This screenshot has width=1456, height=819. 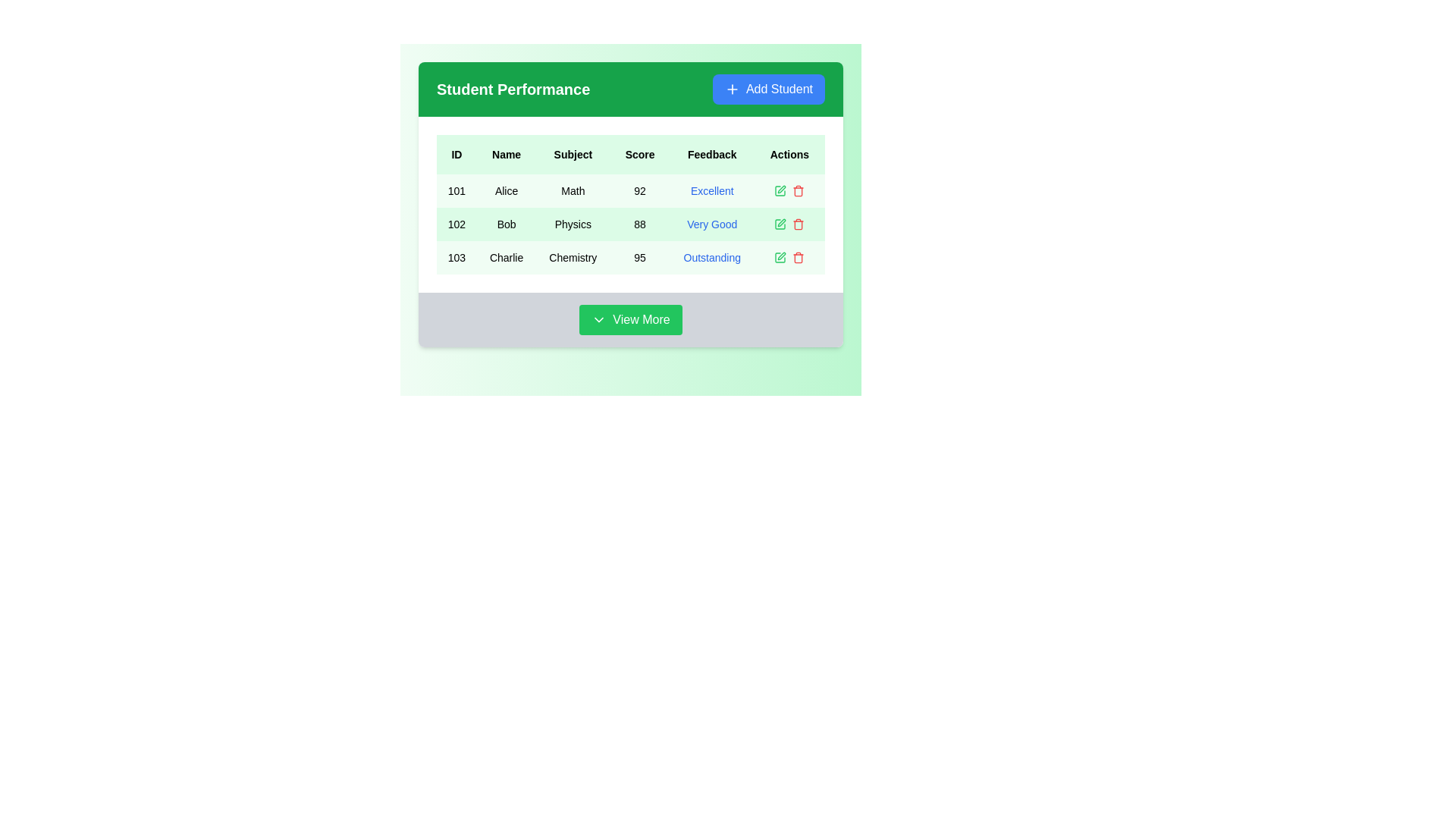 What do you see at coordinates (572, 190) in the screenshot?
I see `text displayed in the 'Math' label located in the 'Subject' column of the 'Student Performance' table, which is the third item in the first row` at bounding box center [572, 190].